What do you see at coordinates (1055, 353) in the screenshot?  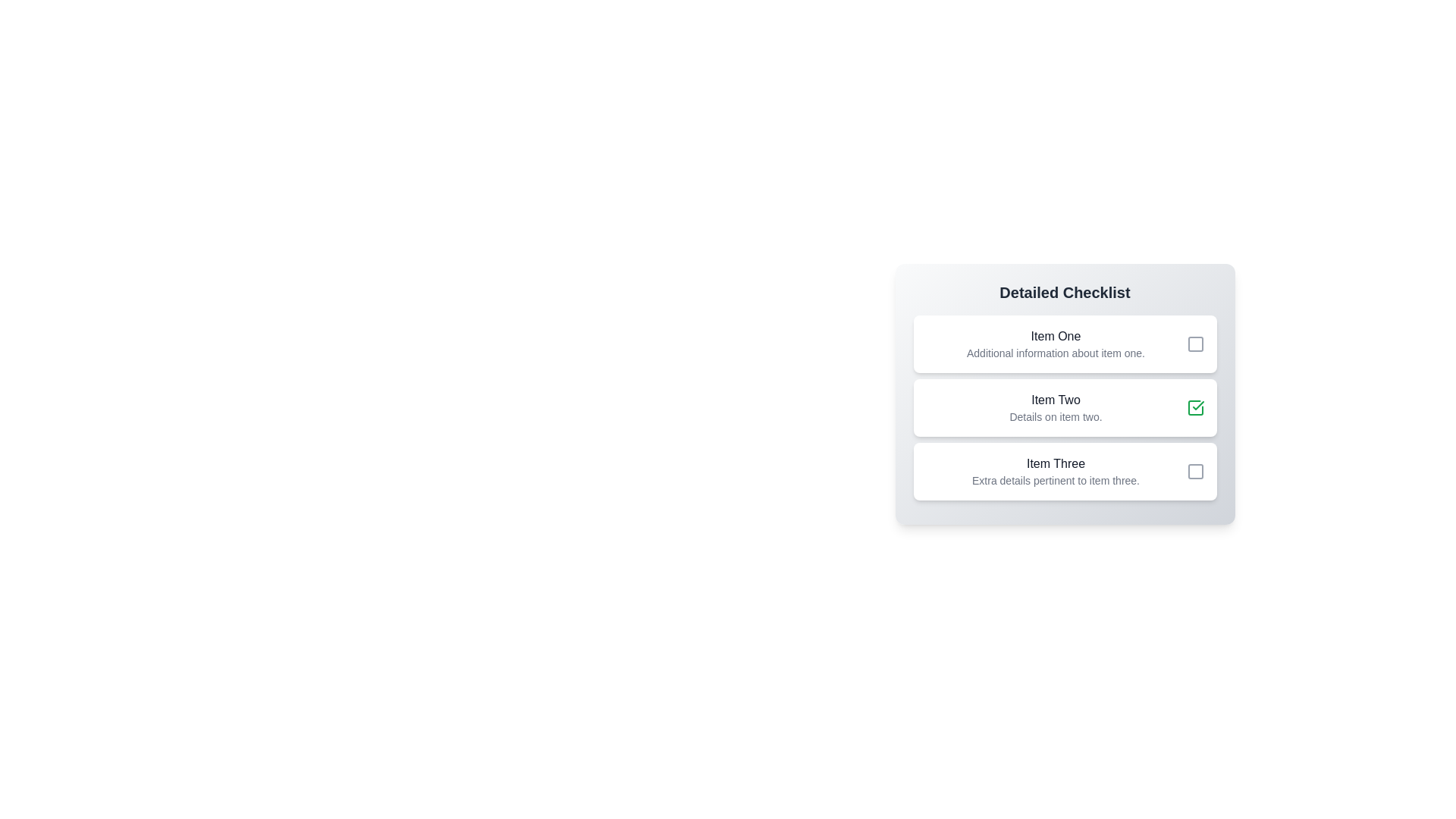 I see `text label displaying 'Additional information about item one.' which is styled in gray and positioned below the title 'Item One' in the checklist interface` at bounding box center [1055, 353].